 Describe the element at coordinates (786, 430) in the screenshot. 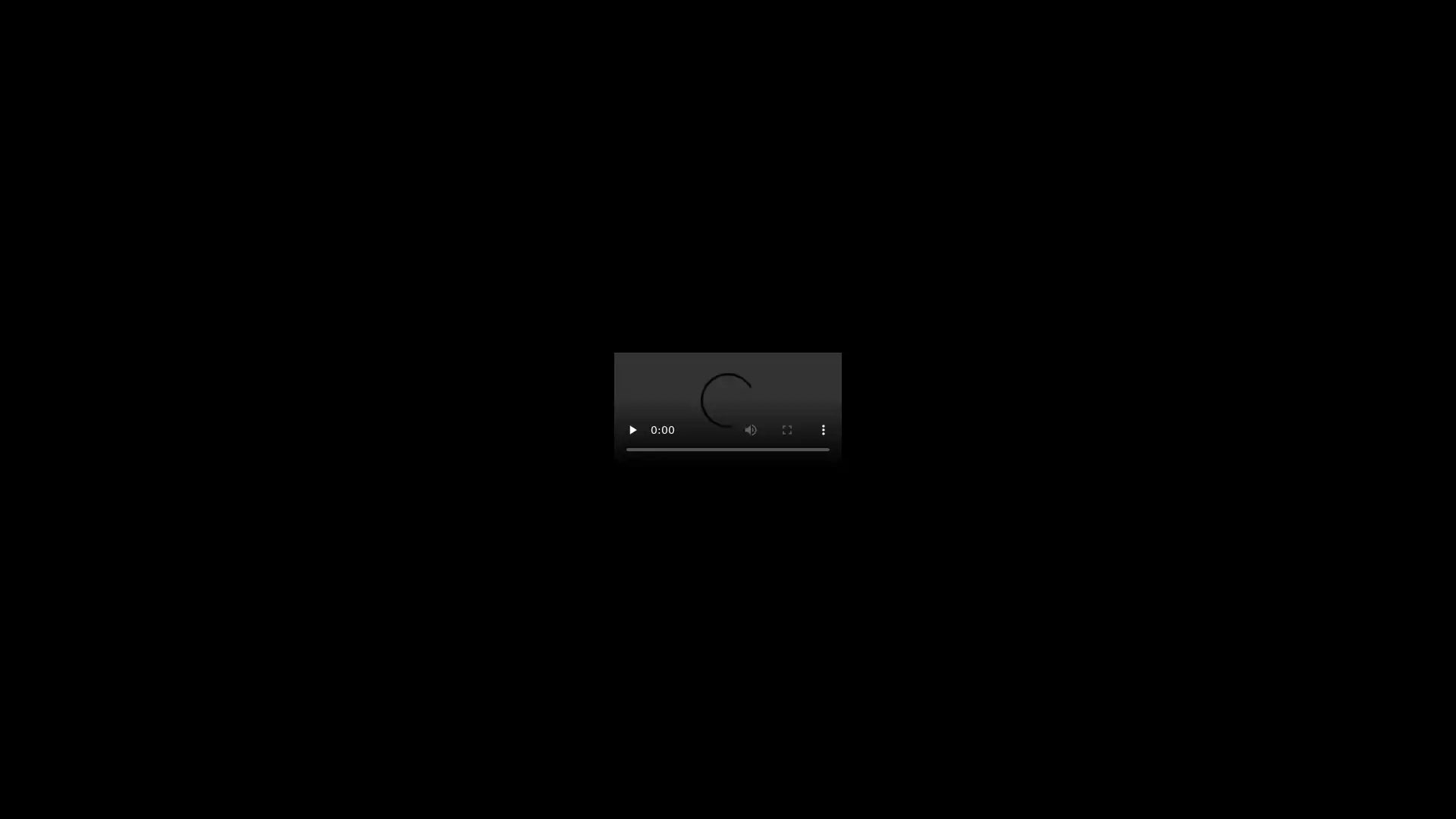

I see `enter full screen` at that location.